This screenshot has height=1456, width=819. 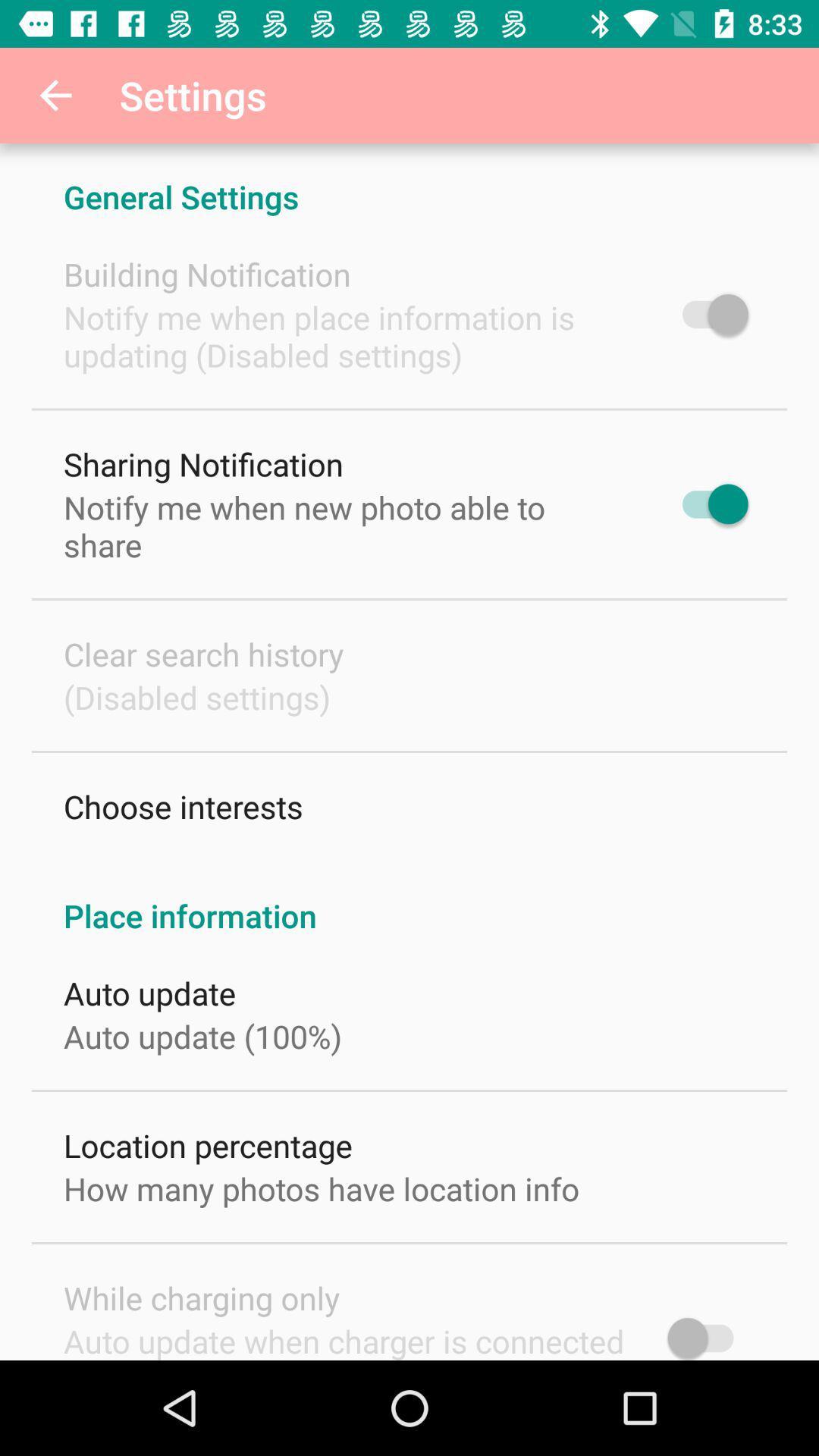 I want to click on item above the notify me when icon, so click(x=207, y=274).